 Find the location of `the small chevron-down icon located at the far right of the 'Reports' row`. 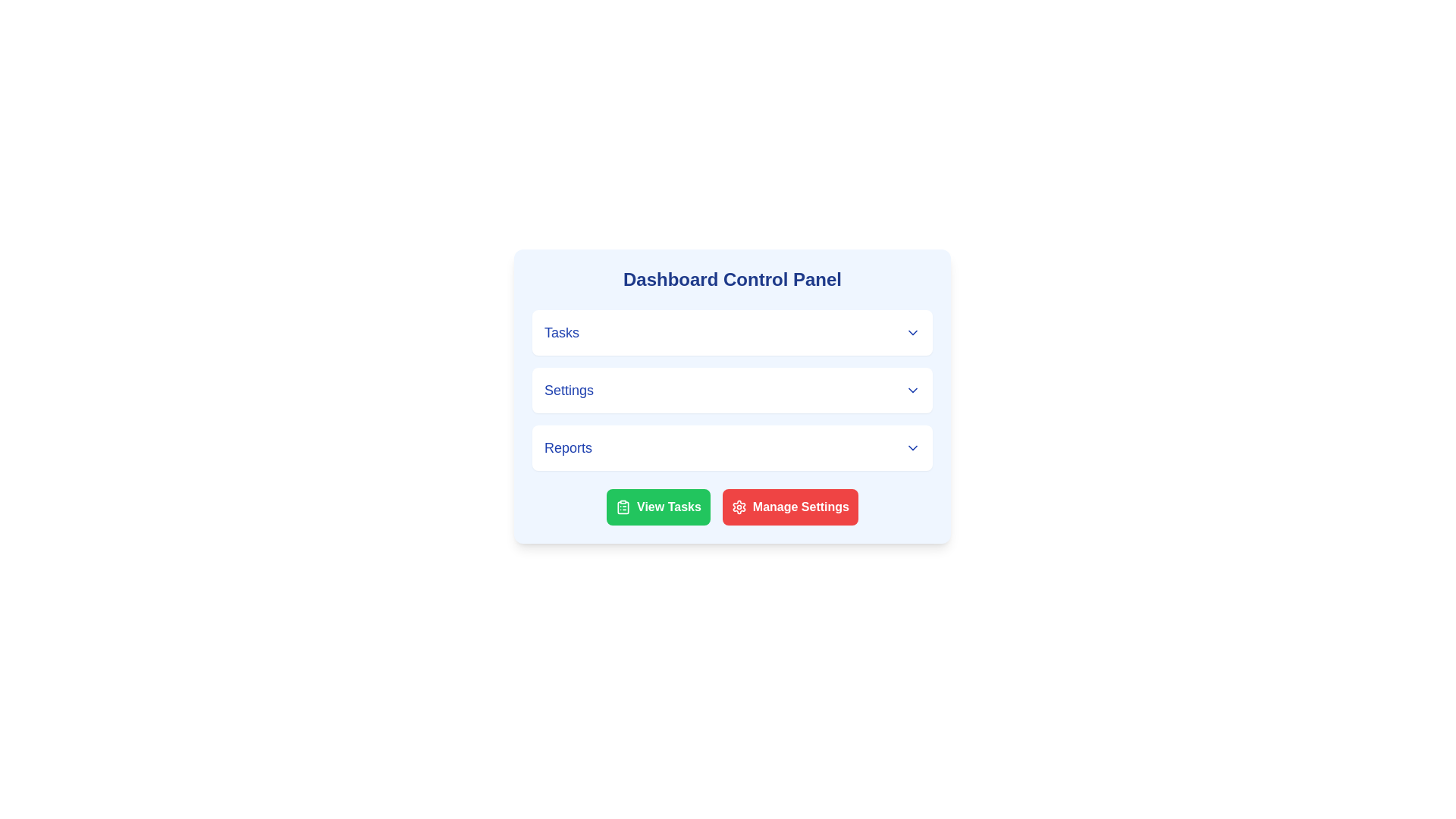

the small chevron-down icon located at the far right of the 'Reports' row is located at coordinates (912, 447).